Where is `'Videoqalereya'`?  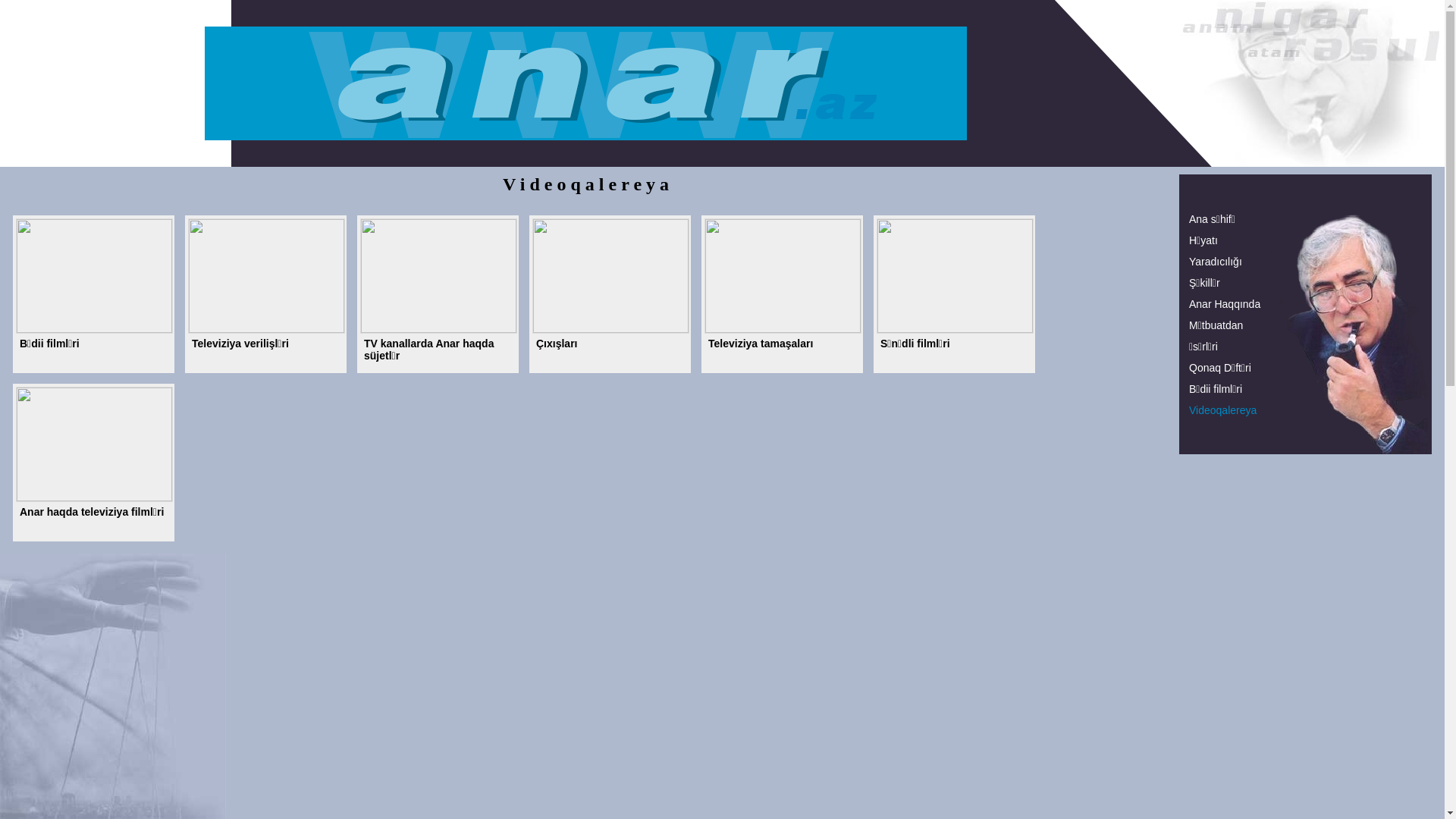
'Videoqalereya' is located at coordinates (1222, 409).